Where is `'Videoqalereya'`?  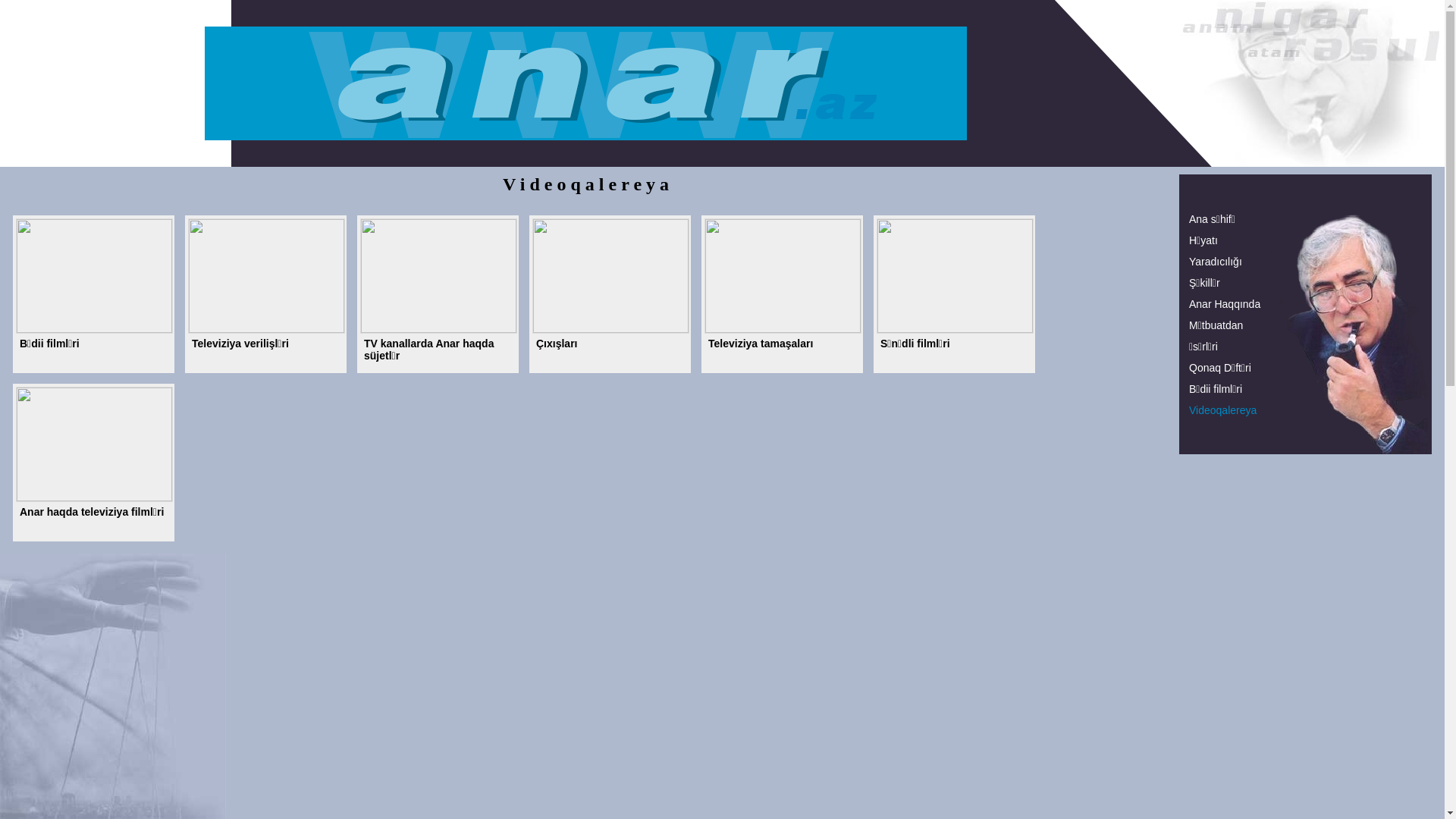
'Videoqalereya' is located at coordinates (1222, 409).